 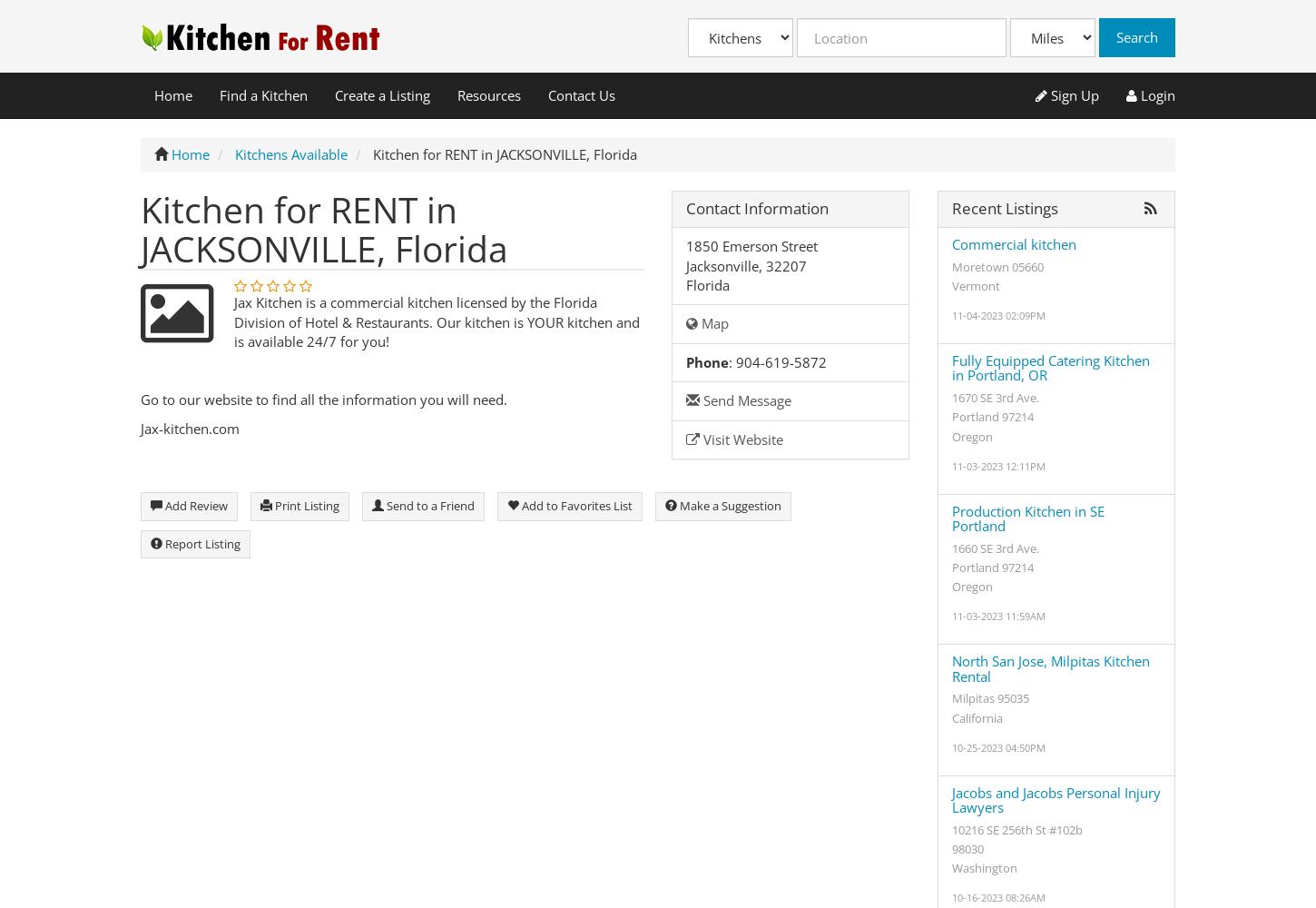 What do you see at coordinates (729, 506) in the screenshot?
I see `'Make a Suggestion'` at bounding box center [729, 506].